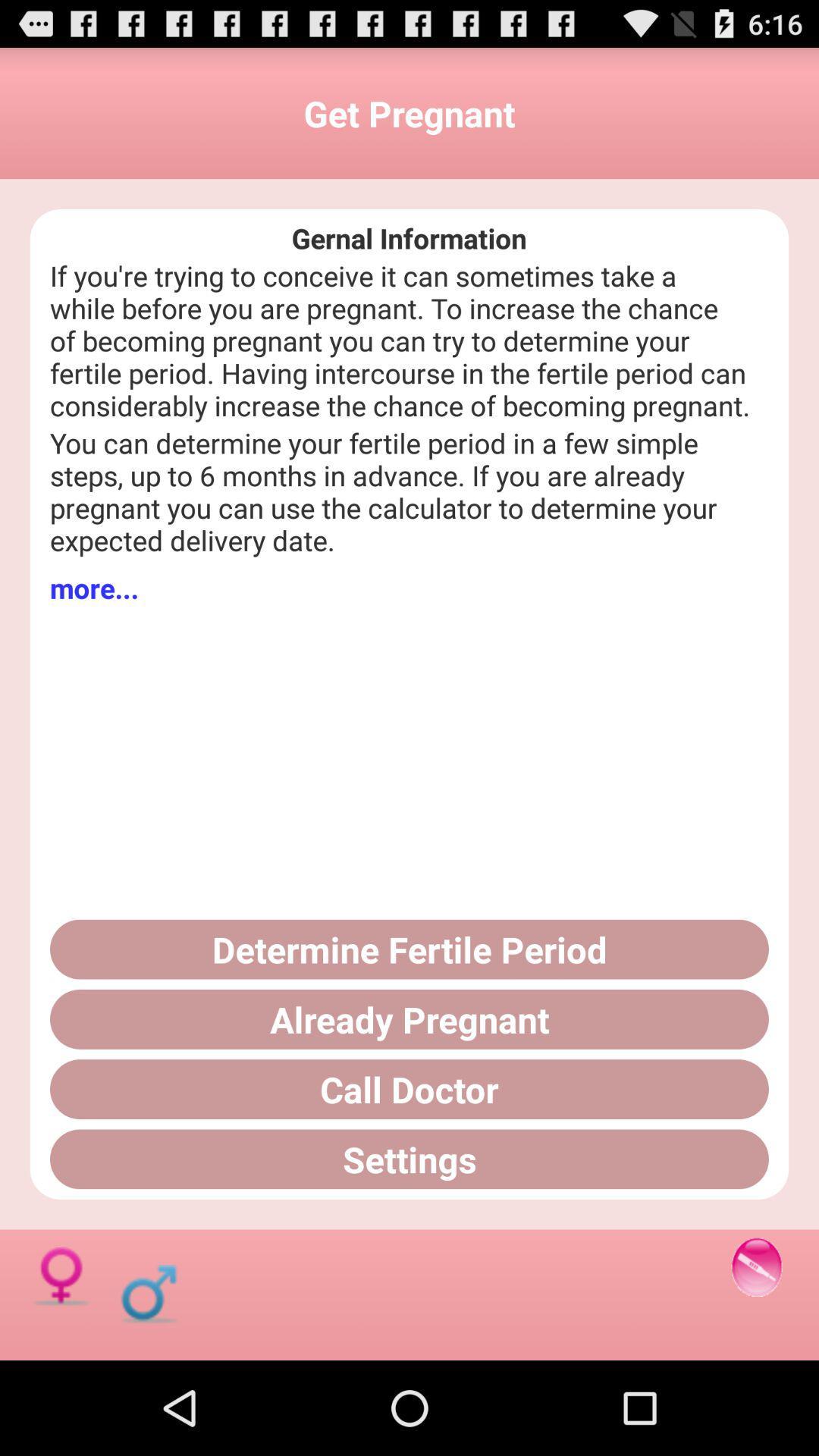  Describe the element at coordinates (409, 1088) in the screenshot. I see `button above settings item` at that location.